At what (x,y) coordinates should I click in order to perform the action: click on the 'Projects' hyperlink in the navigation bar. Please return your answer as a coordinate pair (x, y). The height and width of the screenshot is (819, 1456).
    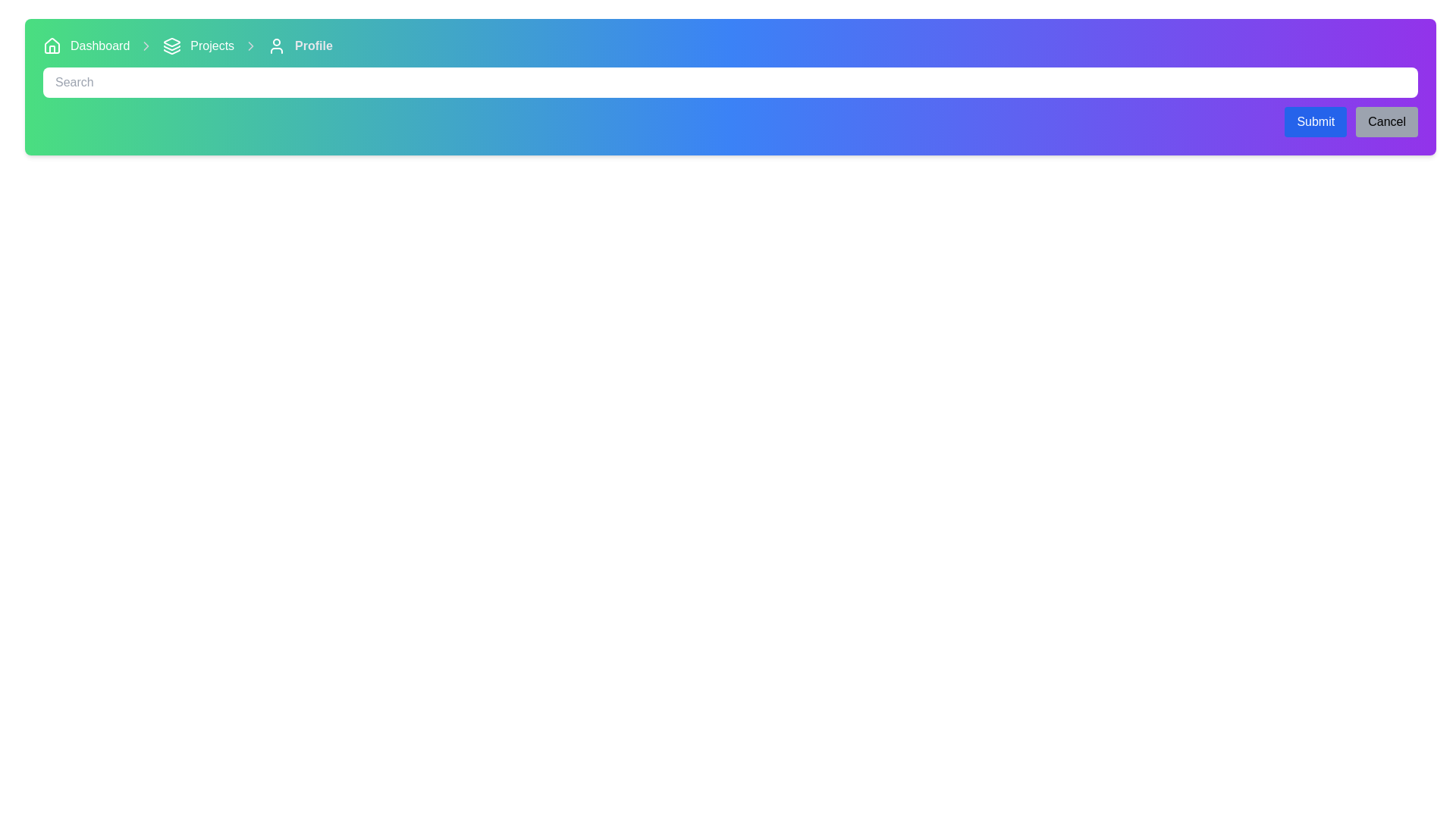
    Looking at the image, I should click on (212, 45).